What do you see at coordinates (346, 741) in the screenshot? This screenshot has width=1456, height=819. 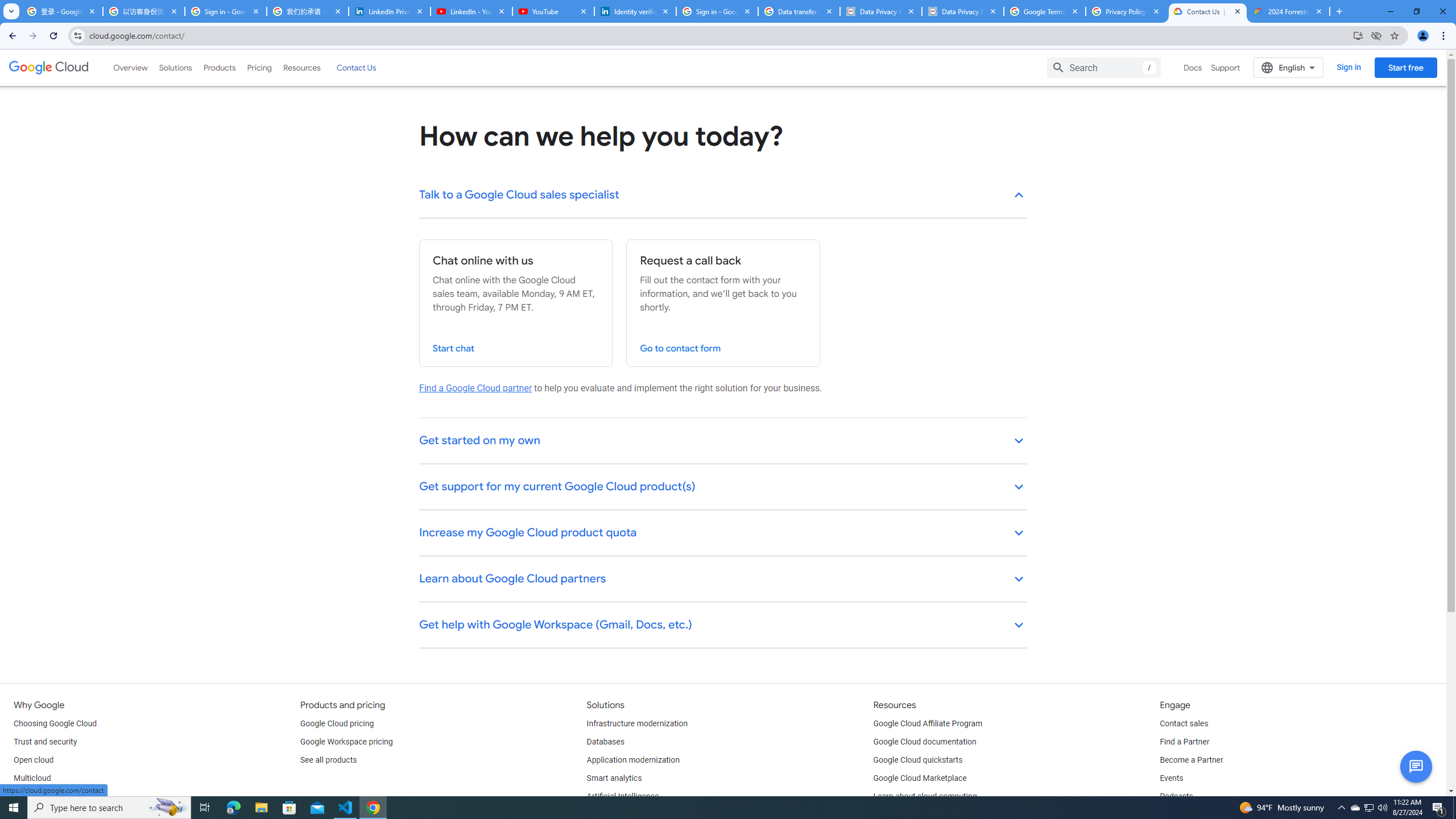 I see `'Google Workspace pricing'` at bounding box center [346, 741].